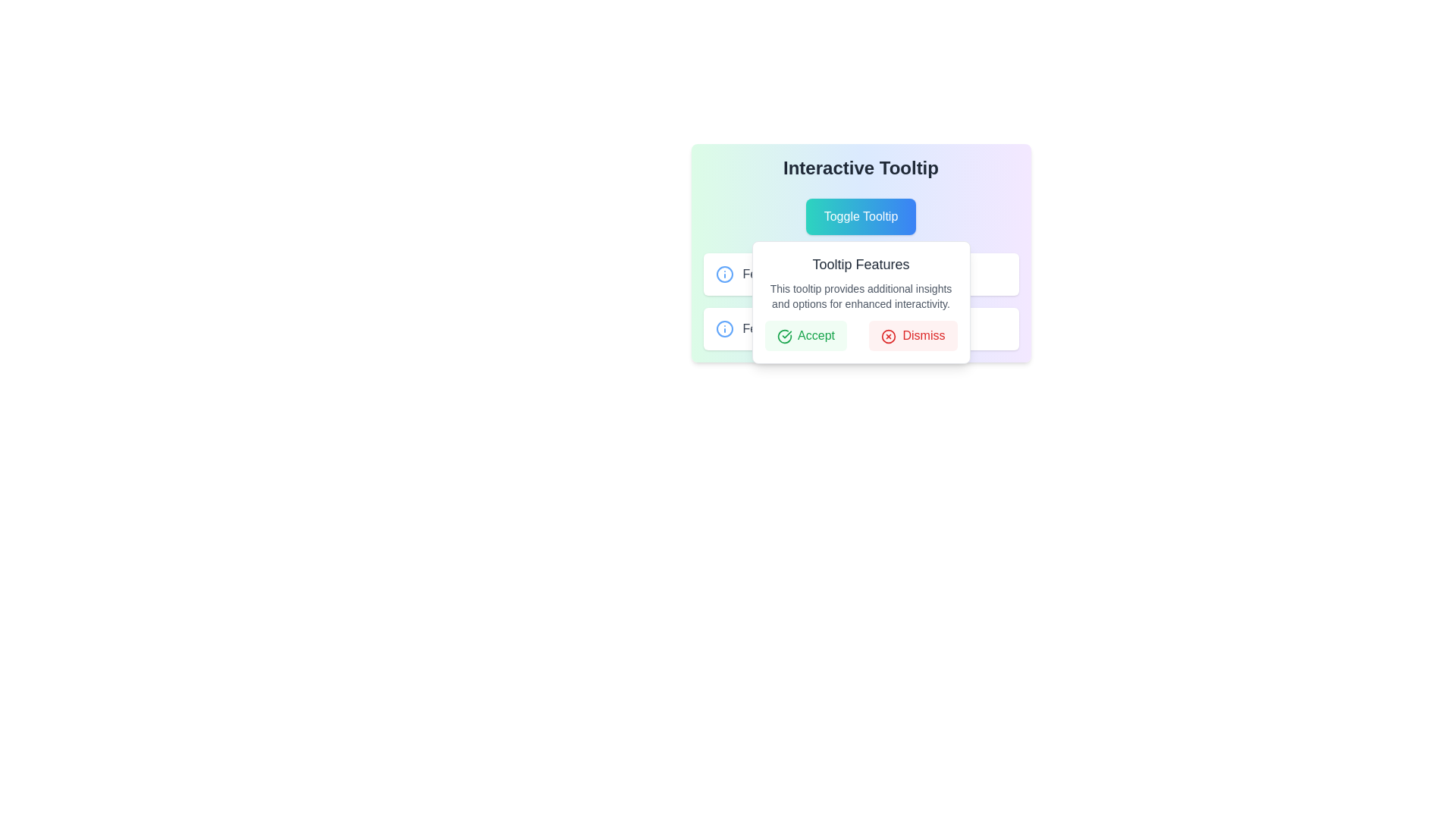 This screenshot has width=1456, height=819. Describe the element at coordinates (723, 328) in the screenshot. I see `the circular part of the informational icon located in the light green area to gather context` at that location.